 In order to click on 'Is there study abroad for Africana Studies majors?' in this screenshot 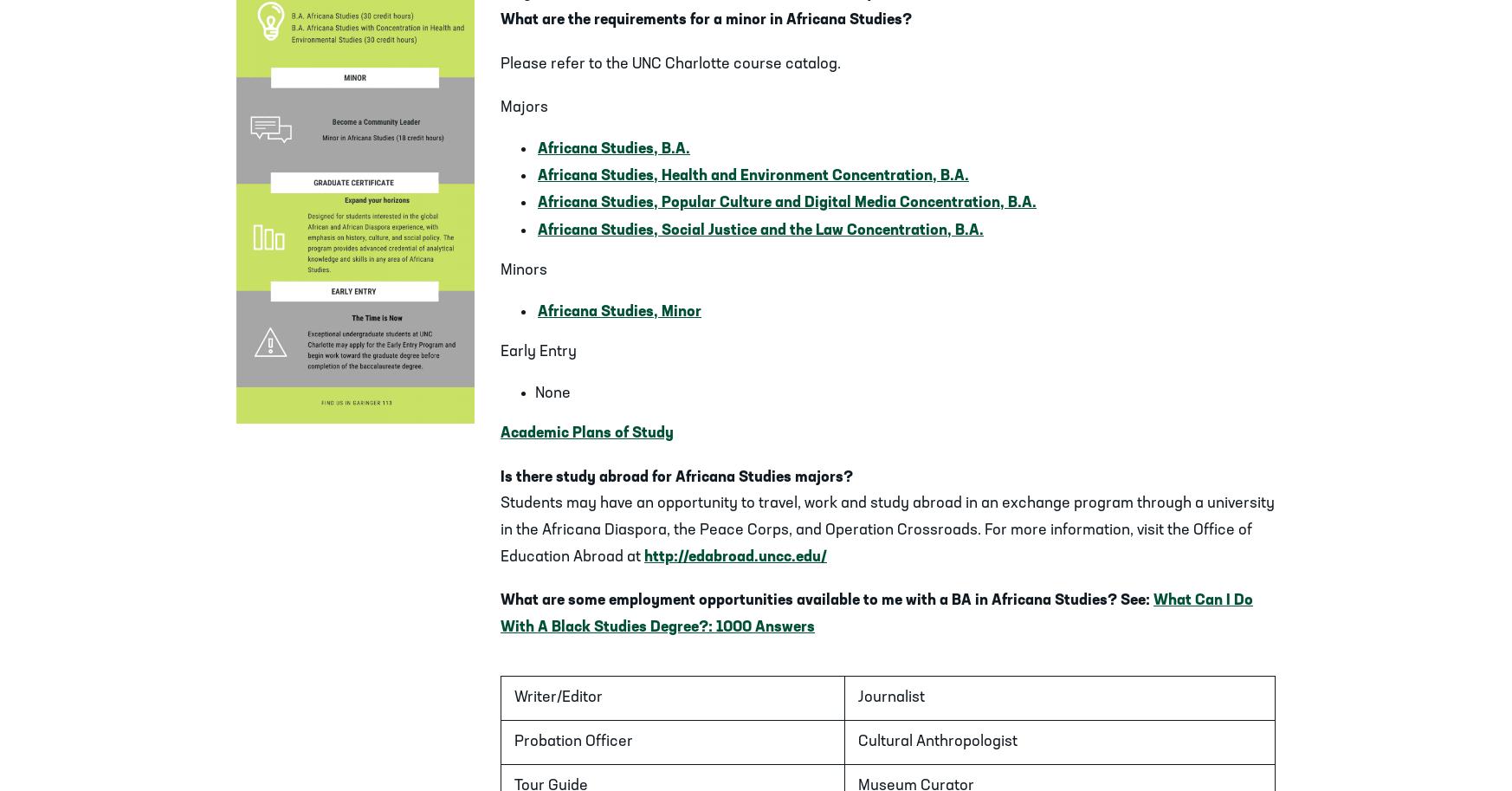, I will do `click(499, 476)`.